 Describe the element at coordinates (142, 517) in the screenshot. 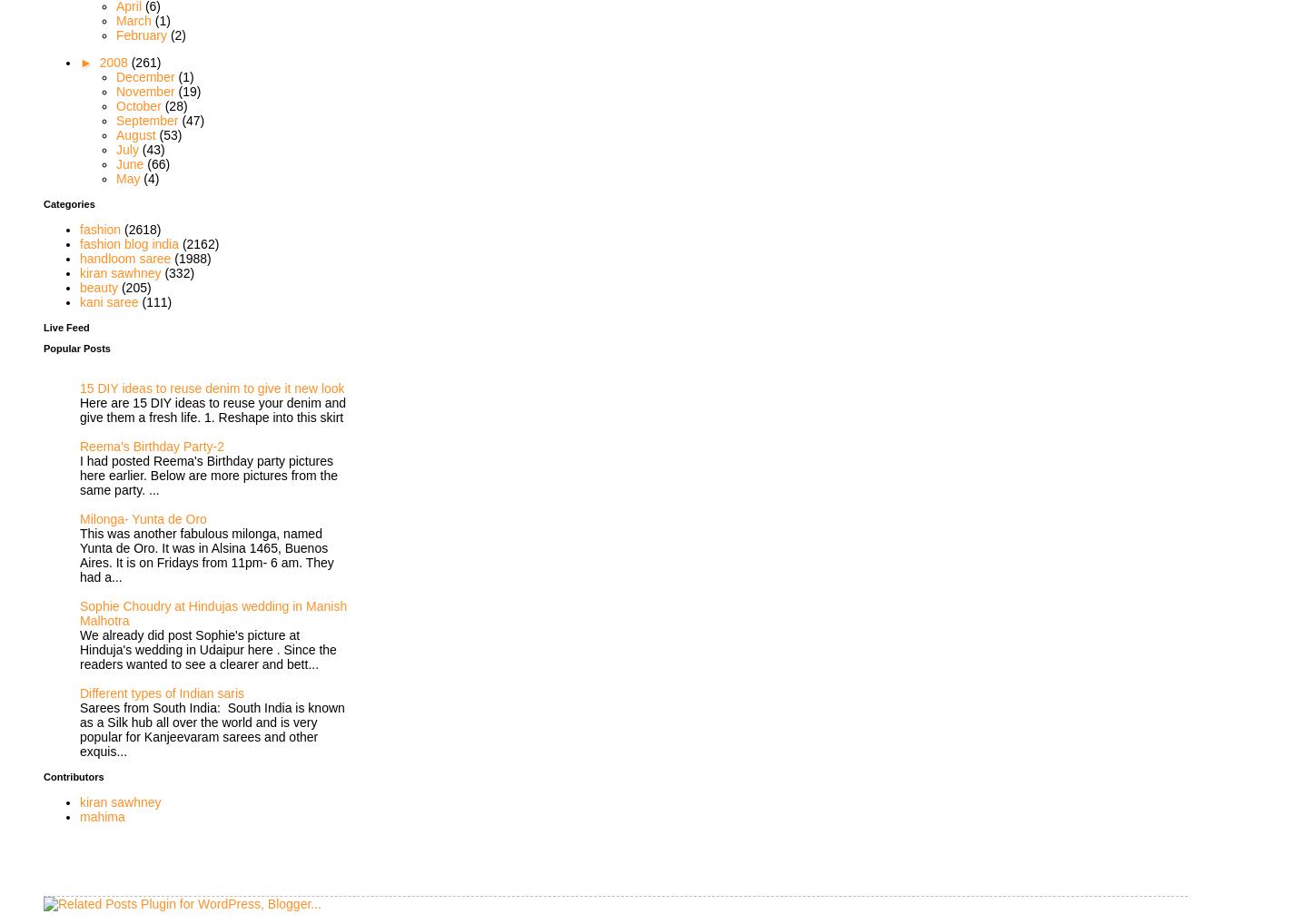

I see `'Milonga- Yunta de Oro'` at that location.